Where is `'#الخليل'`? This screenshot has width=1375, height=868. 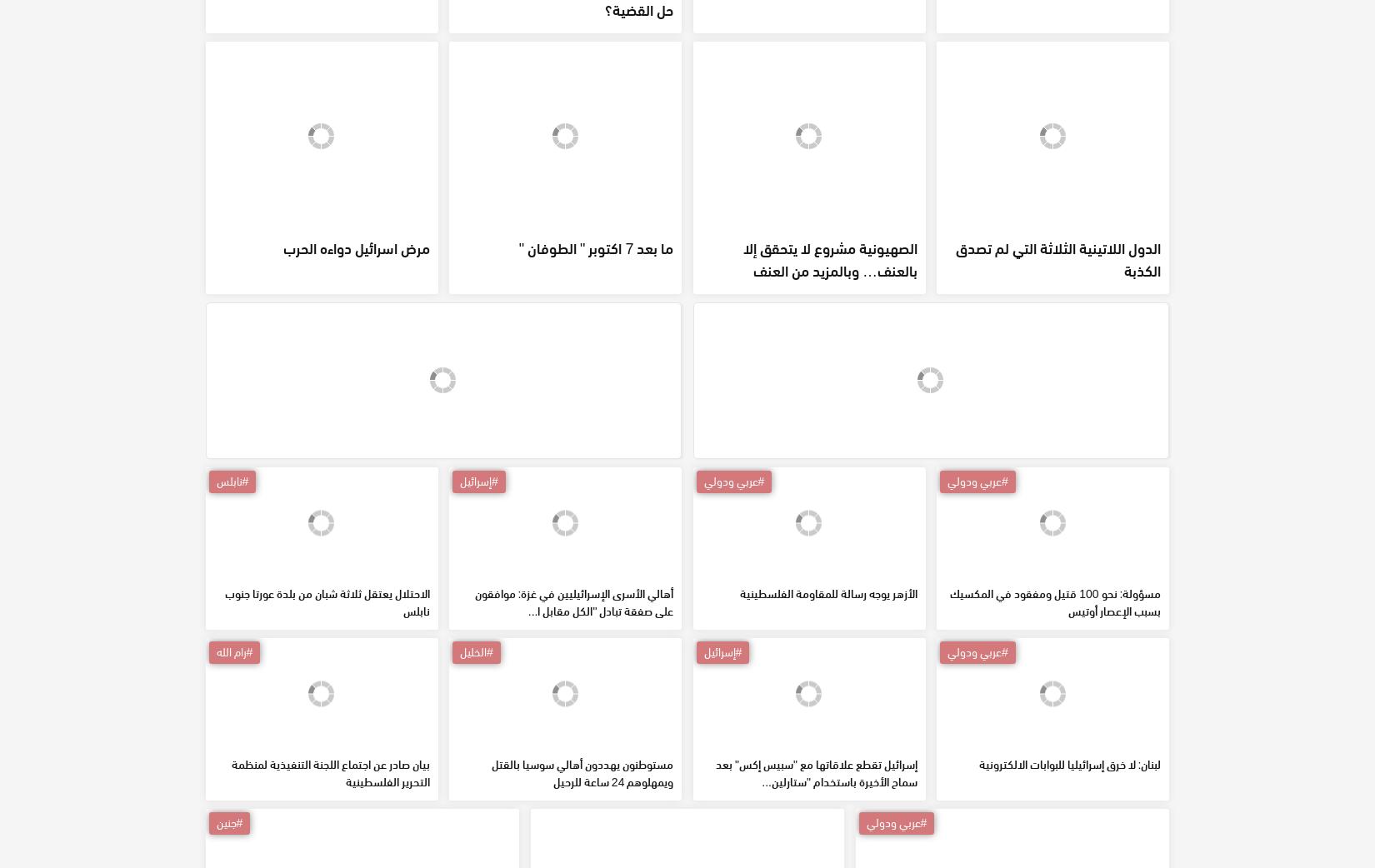 '#الخليل' is located at coordinates (475, 771).